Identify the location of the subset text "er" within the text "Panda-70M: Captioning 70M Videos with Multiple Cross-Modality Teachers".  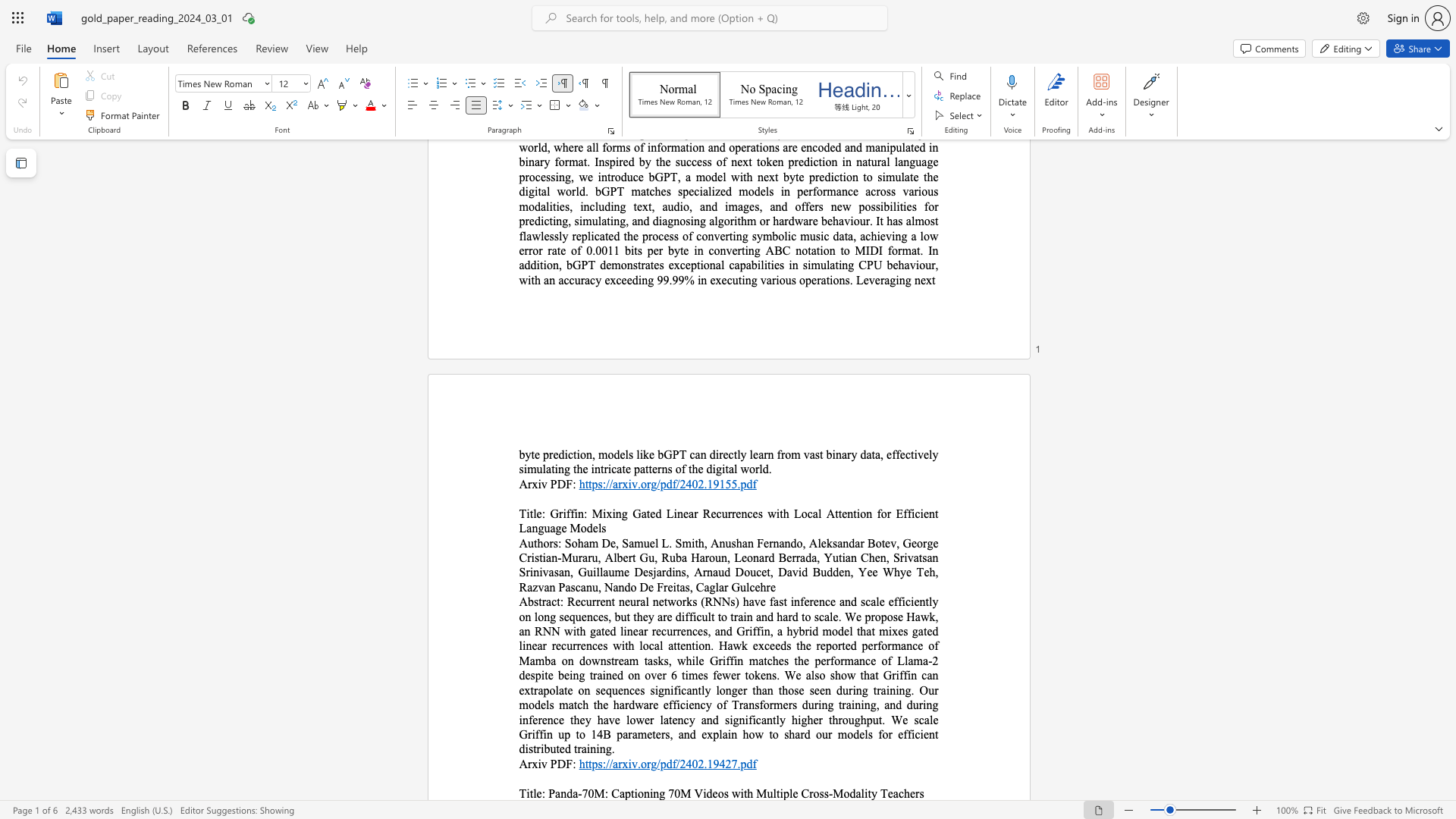
(910, 792).